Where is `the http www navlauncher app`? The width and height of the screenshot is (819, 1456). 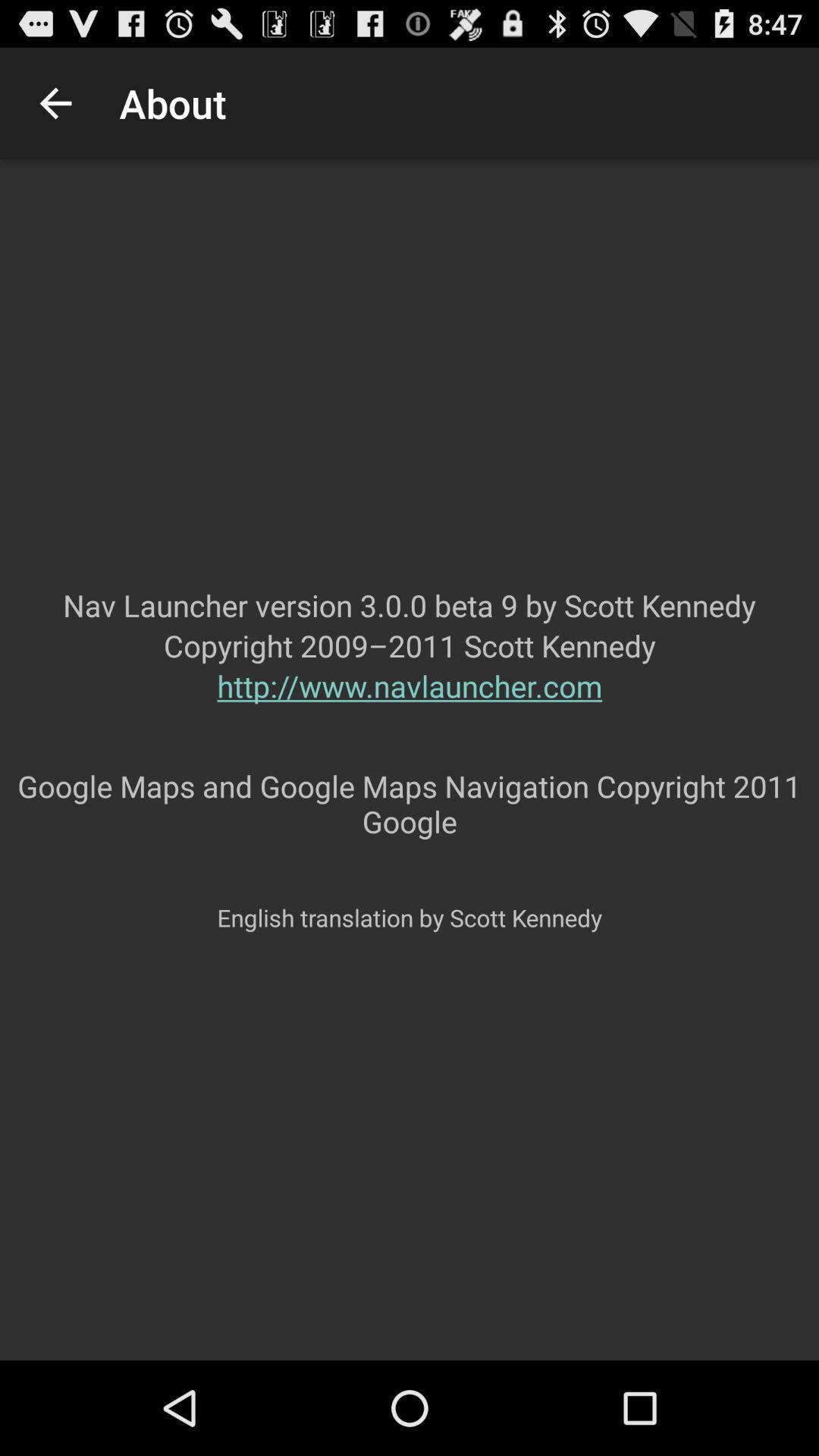 the http www navlauncher app is located at coordinates (409, 715).